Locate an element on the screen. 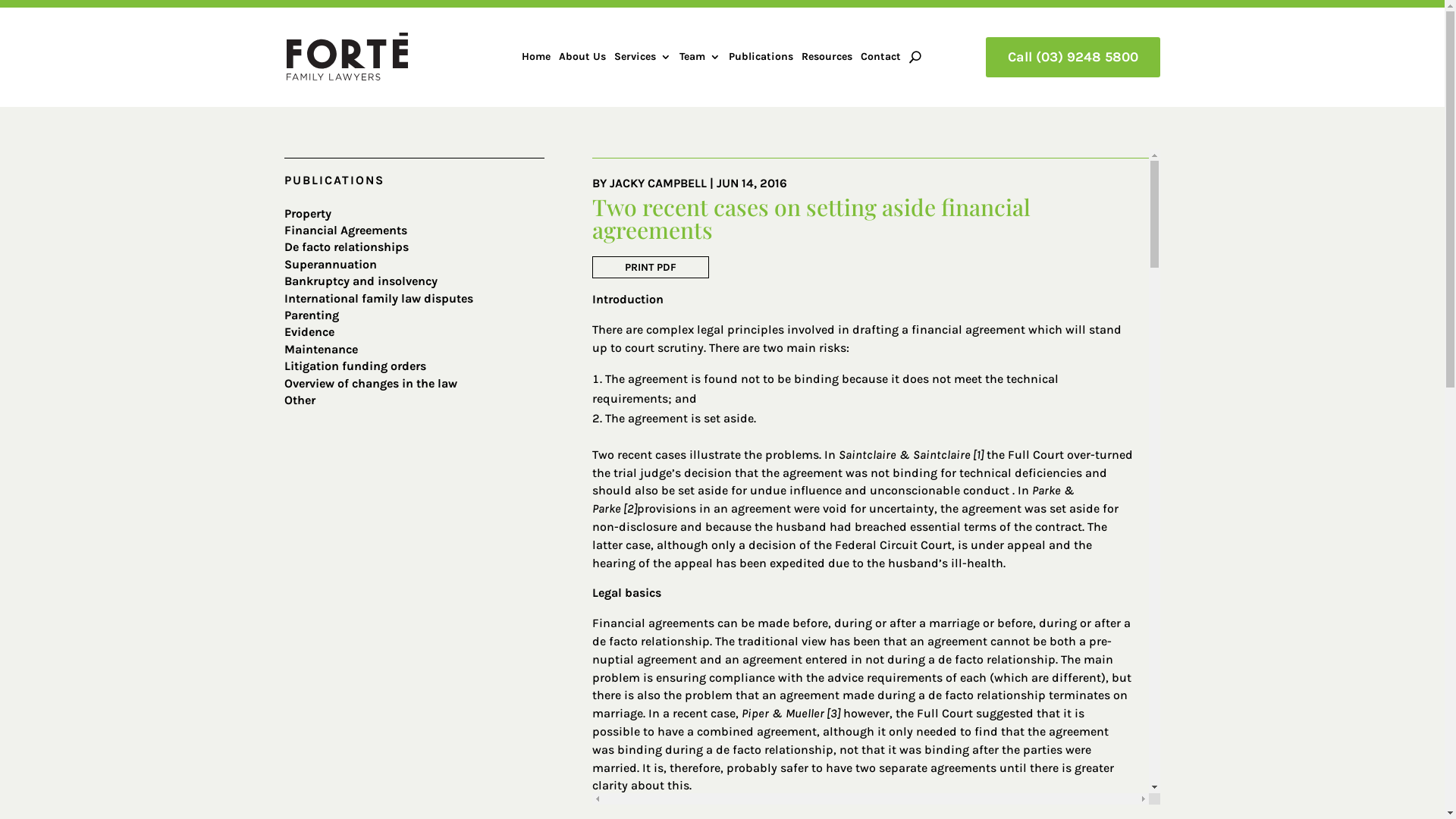 This screenshot has height=819, width=1456. 'Team' is located at coordinates (698, 58).